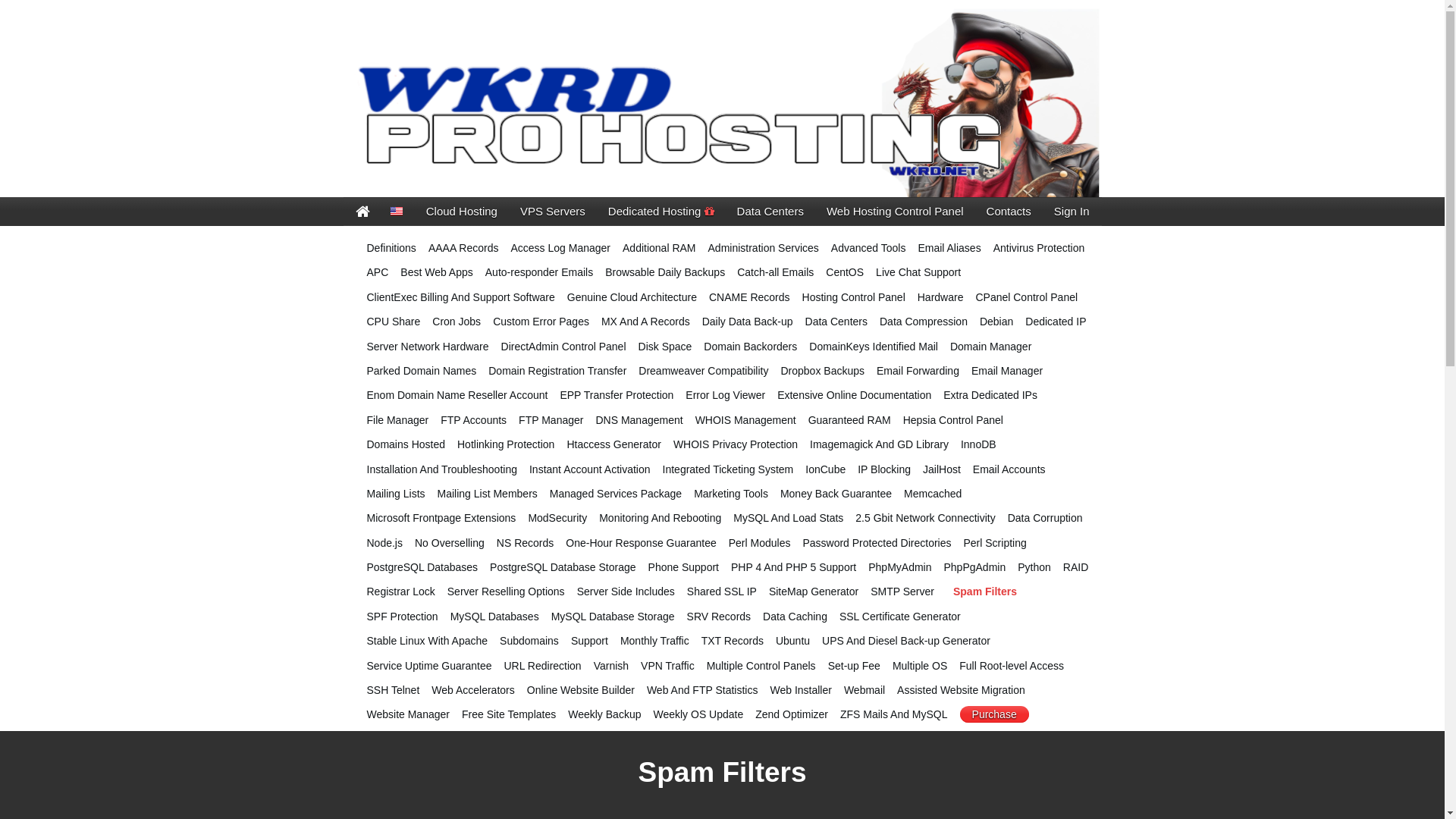 The width and height of the screenshot is (1456, 819). What do you see at coordinates (728, 468) in the screenshot?
I see `'Integrated Ticketing System'` at bounding box center [728, 468].